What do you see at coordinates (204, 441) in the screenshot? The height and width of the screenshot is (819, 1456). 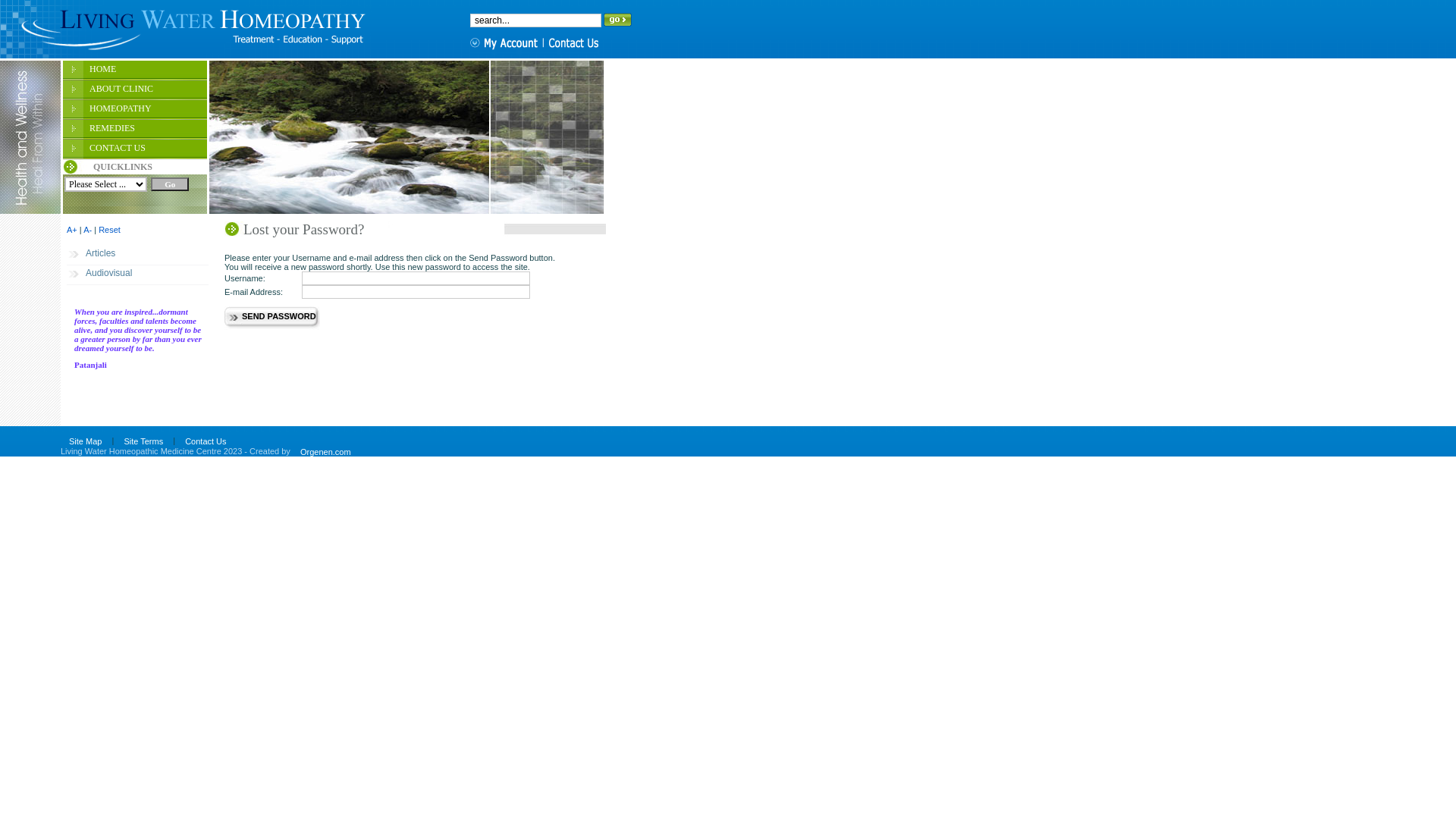 I see `'Contact Us'` at bounding box center [204, 441].